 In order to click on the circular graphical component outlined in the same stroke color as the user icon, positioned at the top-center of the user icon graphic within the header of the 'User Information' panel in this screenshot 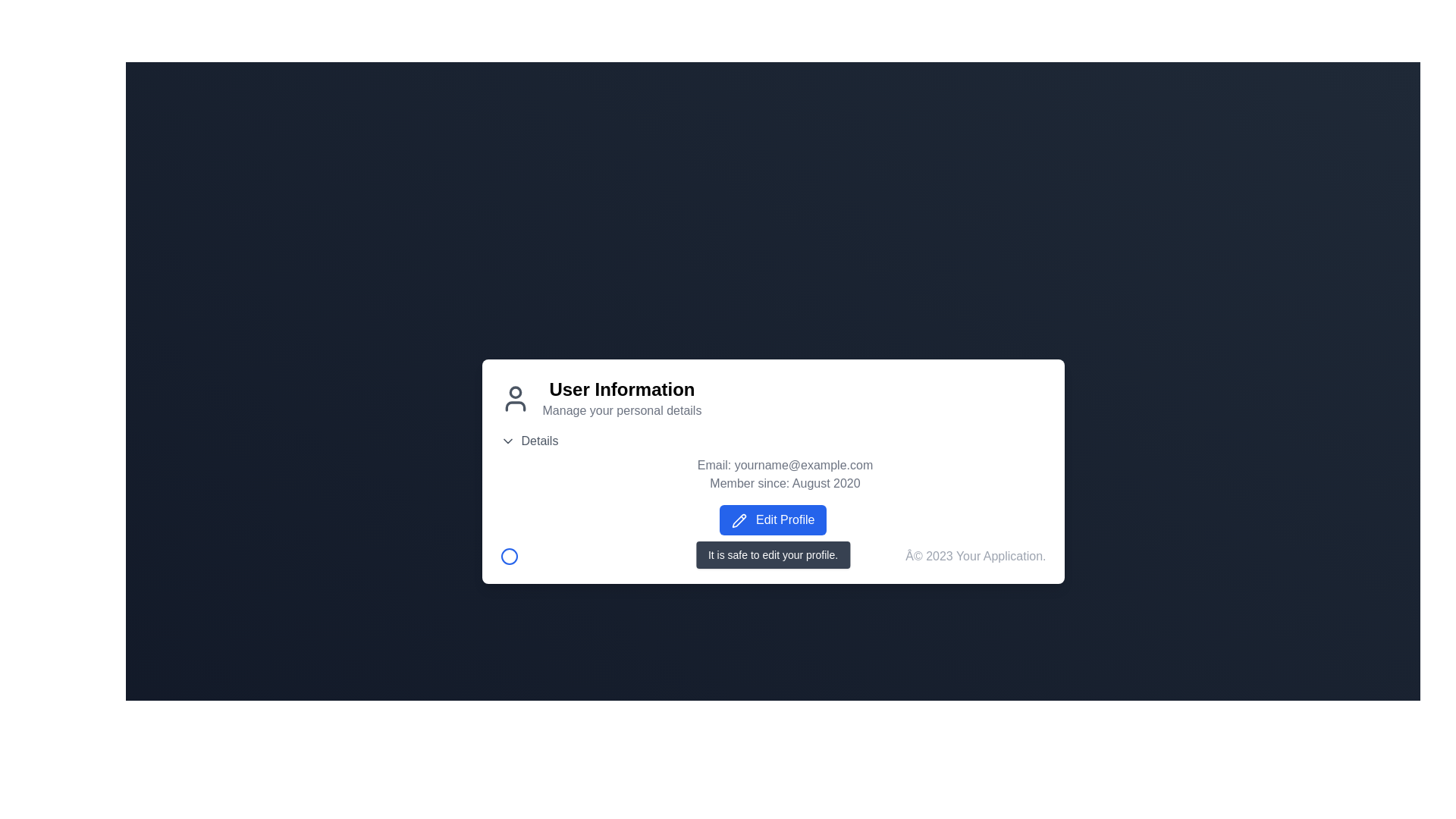, I will do `click(515, 391)`.